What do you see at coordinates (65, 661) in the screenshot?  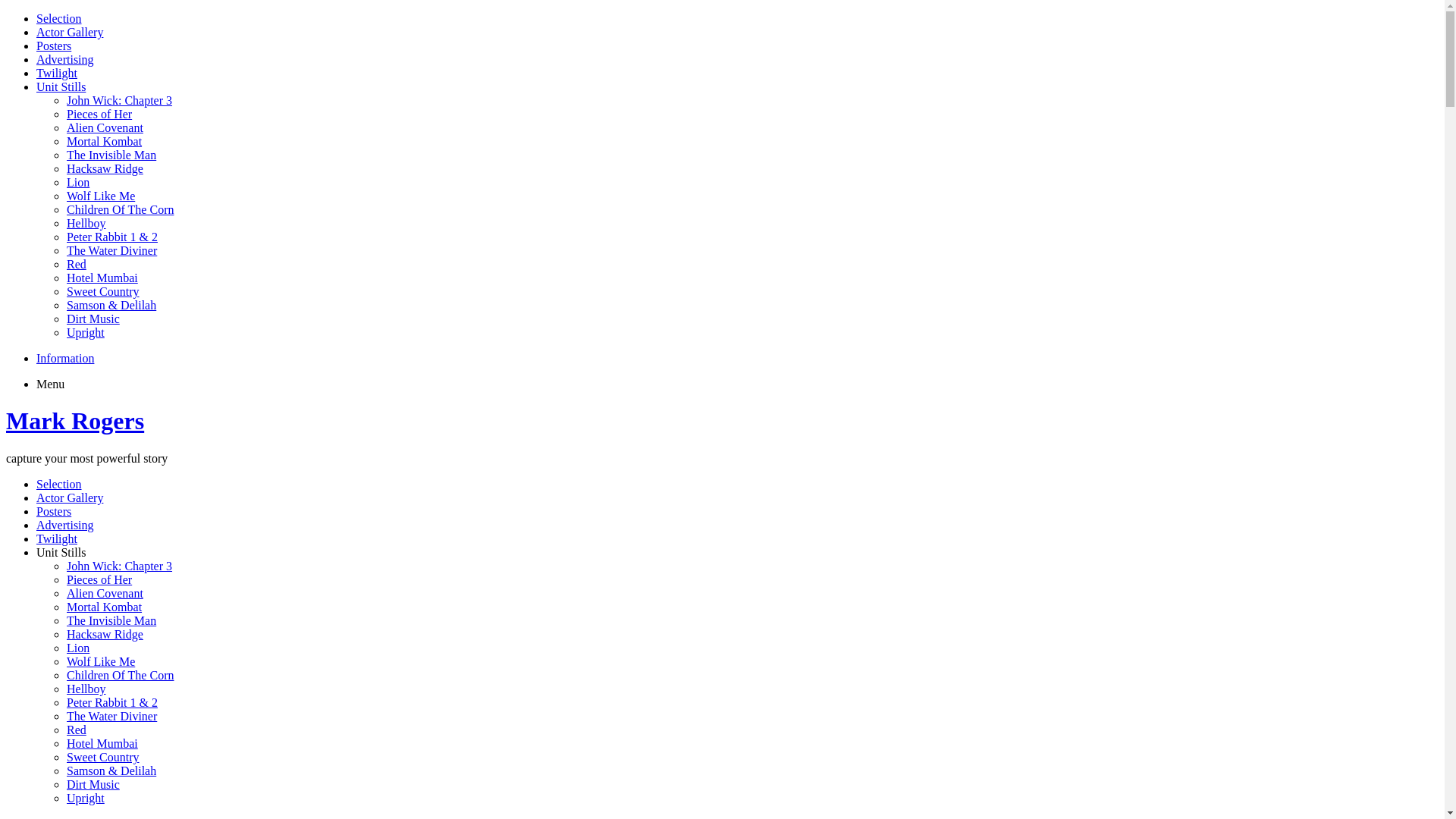 I see `'Wolf Like Me'` at bounding box center [65, 661].